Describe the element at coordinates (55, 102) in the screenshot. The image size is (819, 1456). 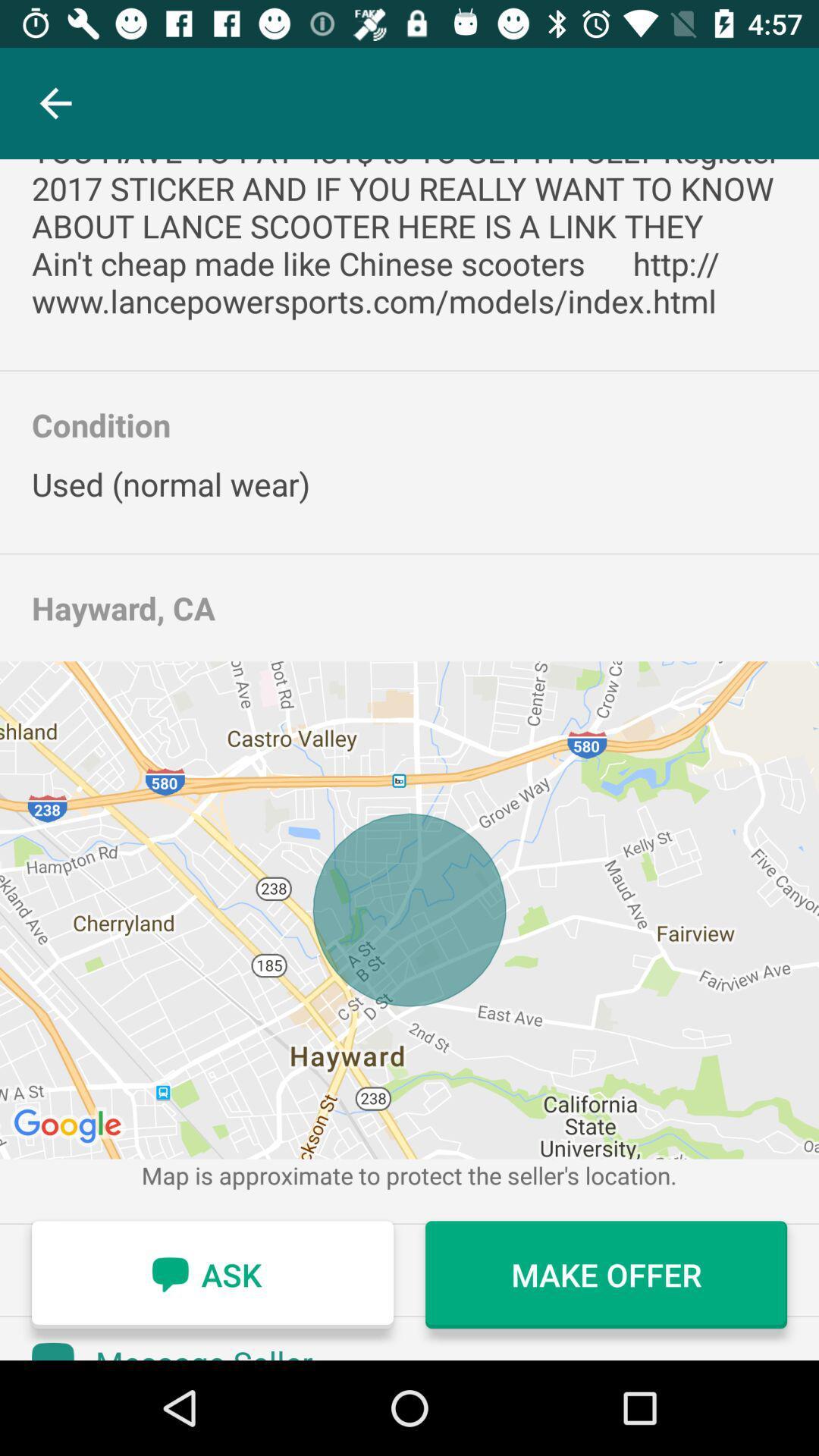
I see `the icon above the i have a icon` at that location.